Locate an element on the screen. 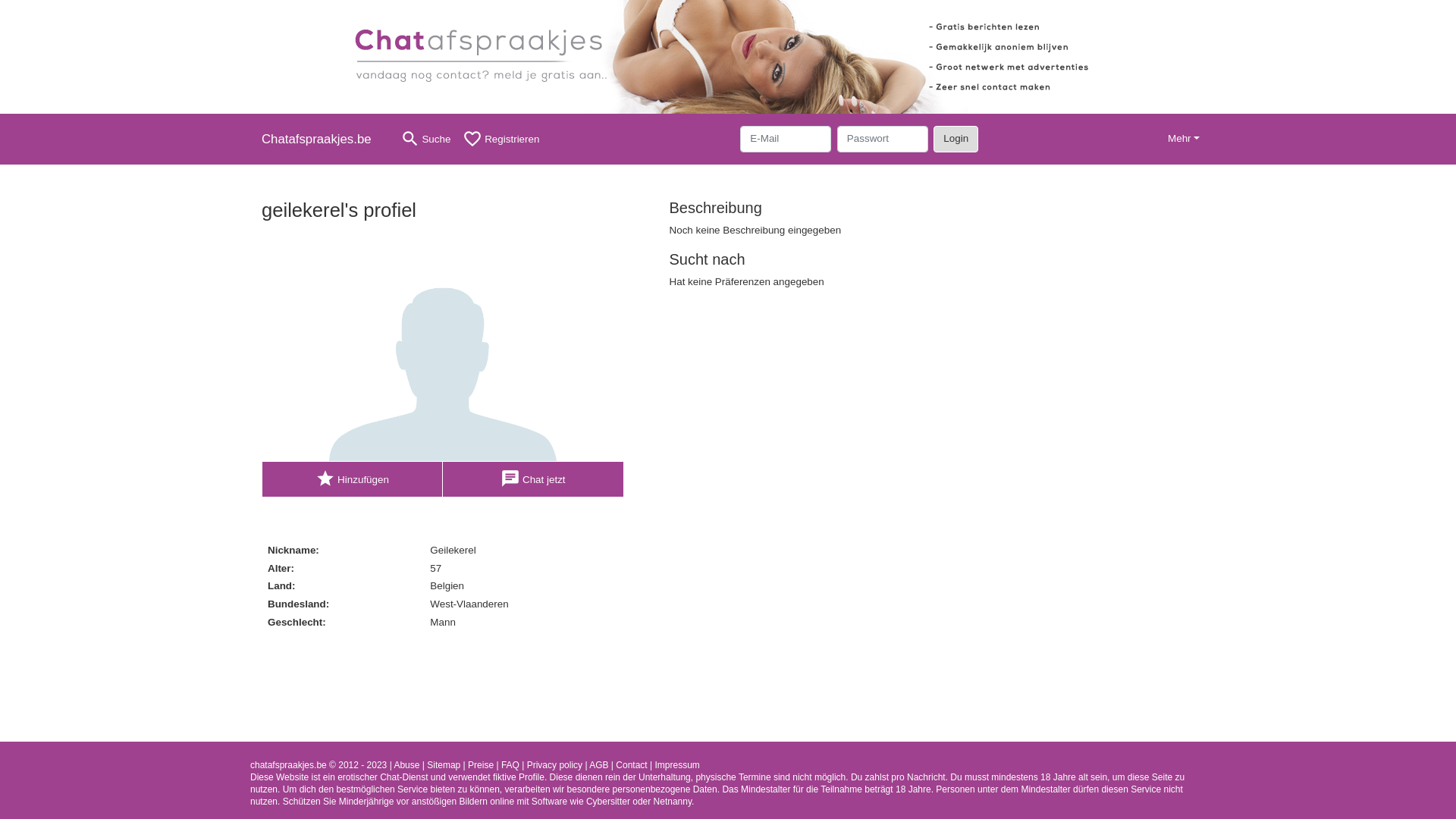 This screenshot has height=819, width=1456. 'Mehr' is located at coordinates (1182, 139).